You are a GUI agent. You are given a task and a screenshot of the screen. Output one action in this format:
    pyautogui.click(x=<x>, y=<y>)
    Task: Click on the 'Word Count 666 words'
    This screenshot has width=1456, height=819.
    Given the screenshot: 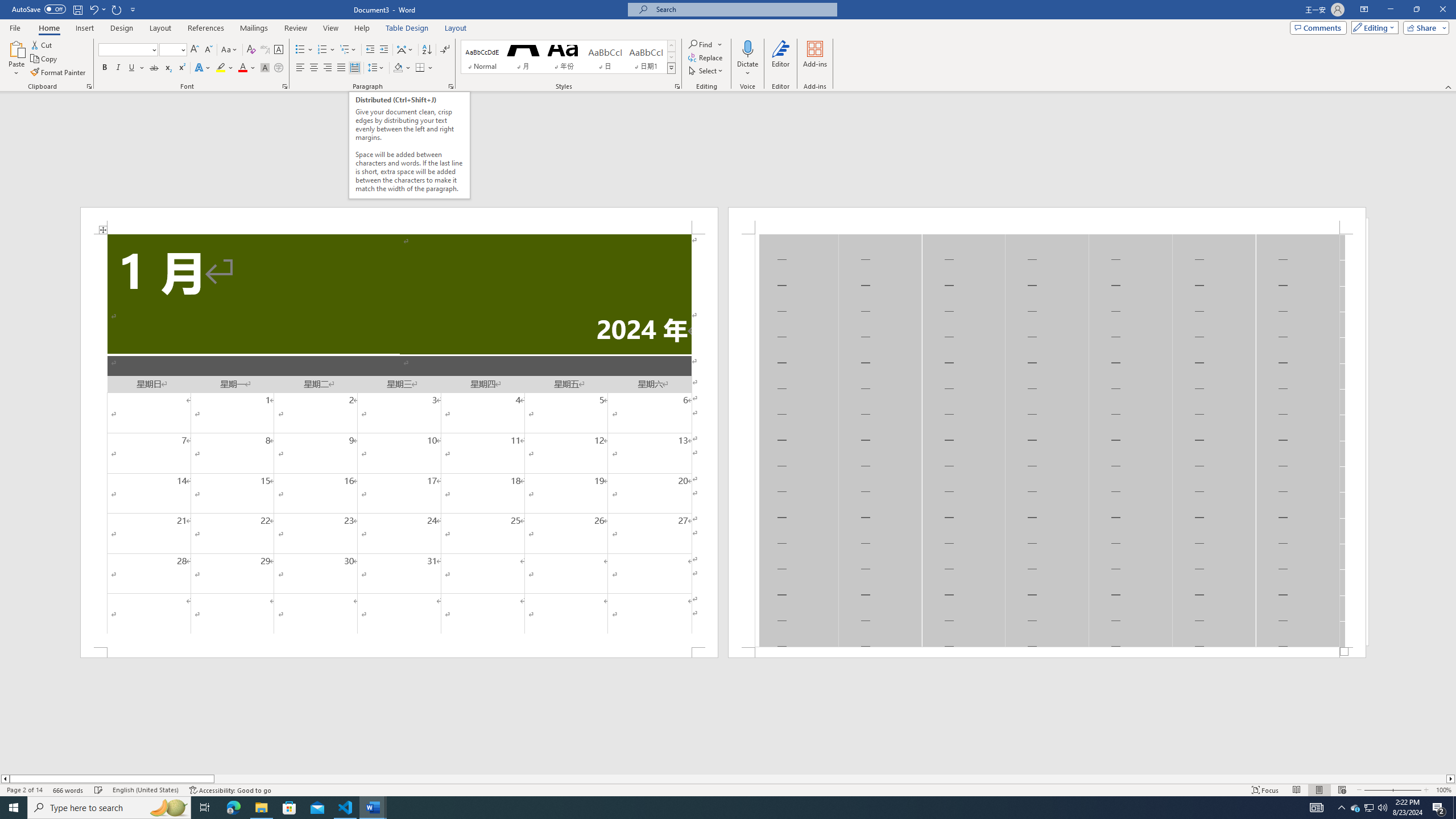 What is the action you would take?
    pyautogui.click(x=69, y=790)
    